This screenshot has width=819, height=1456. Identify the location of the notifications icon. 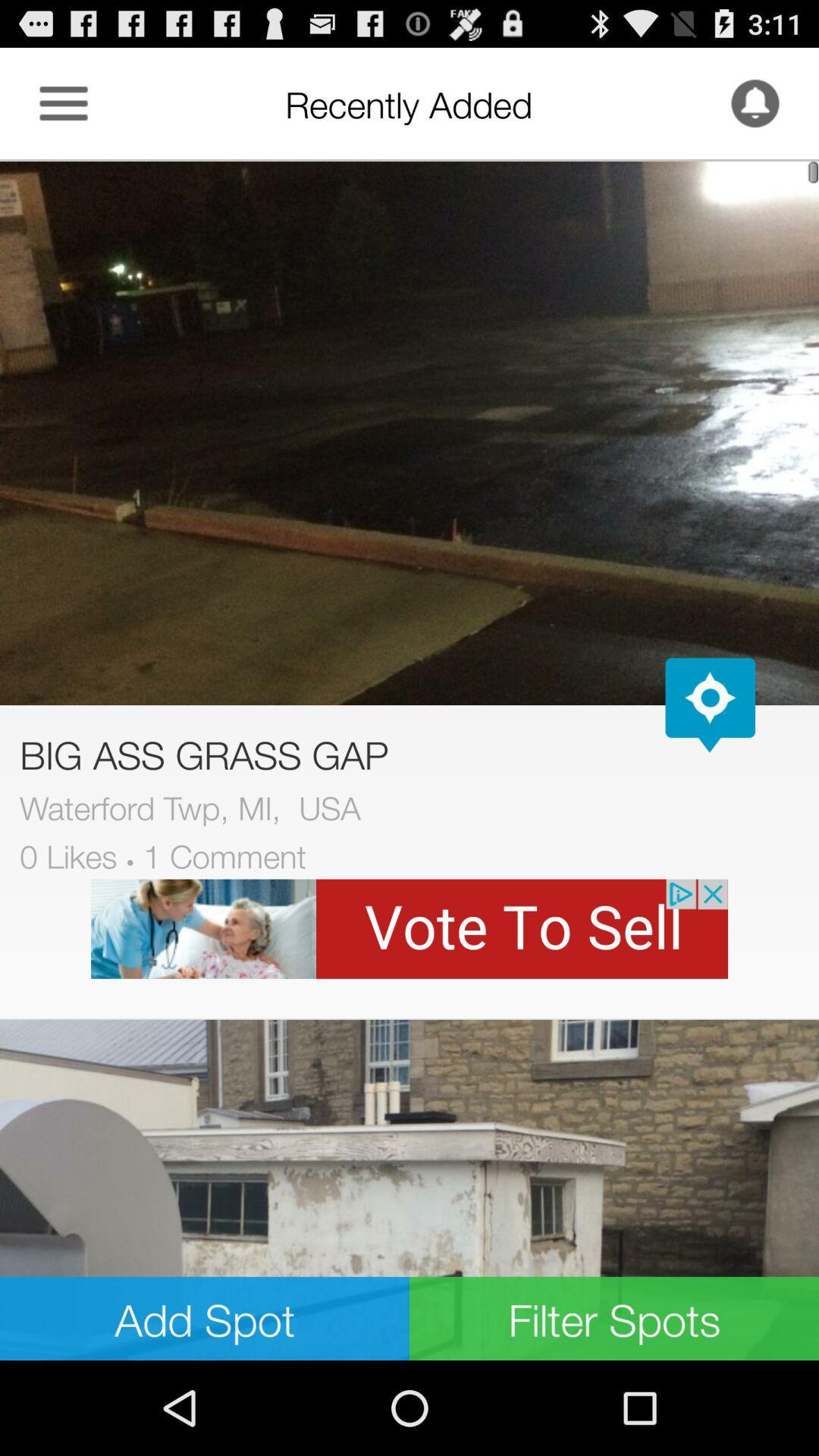
(755, 110).